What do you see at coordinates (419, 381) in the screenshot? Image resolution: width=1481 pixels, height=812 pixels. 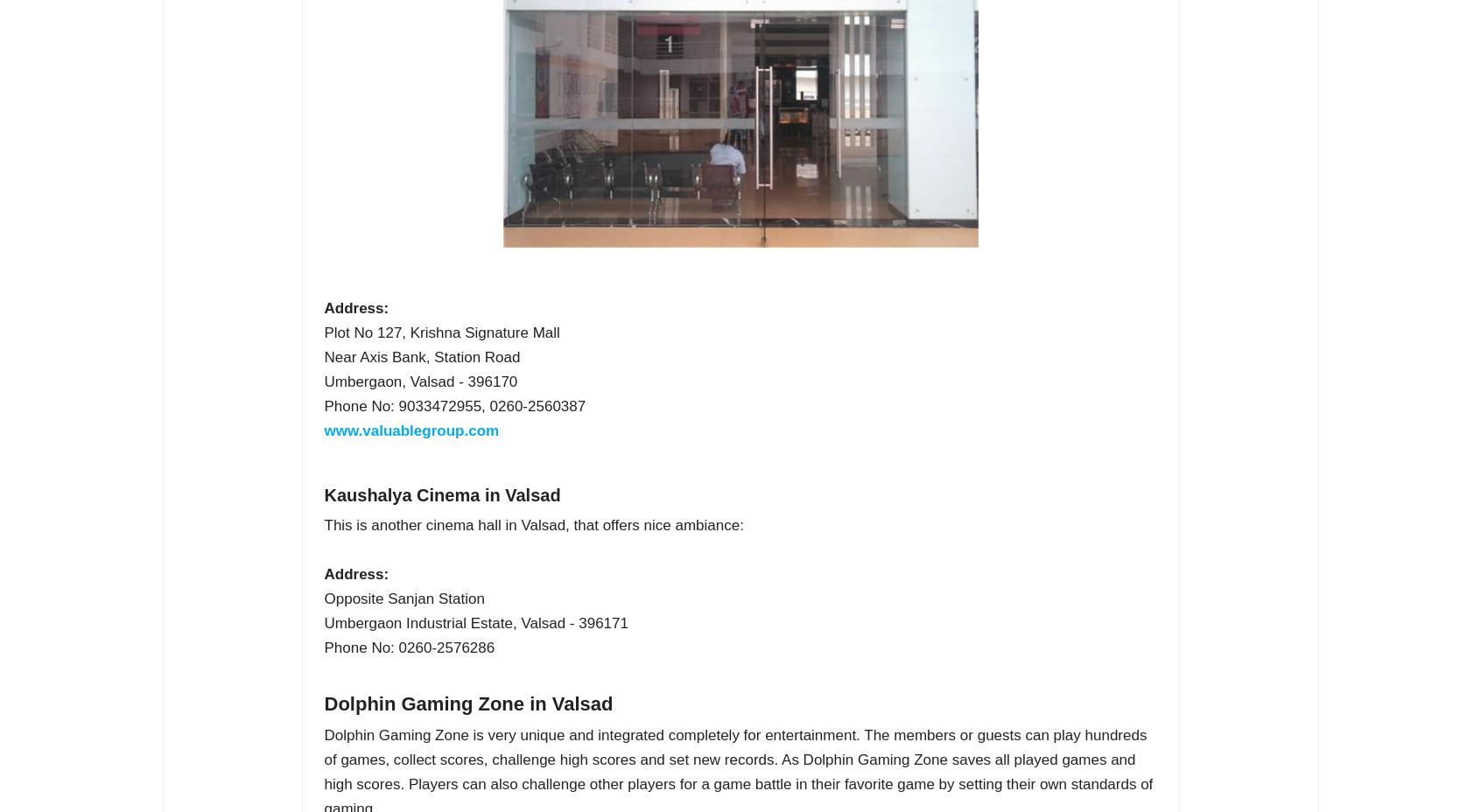 I see `'Umbergaon, Valsad - 396170'` at bounding box center [419, 381].